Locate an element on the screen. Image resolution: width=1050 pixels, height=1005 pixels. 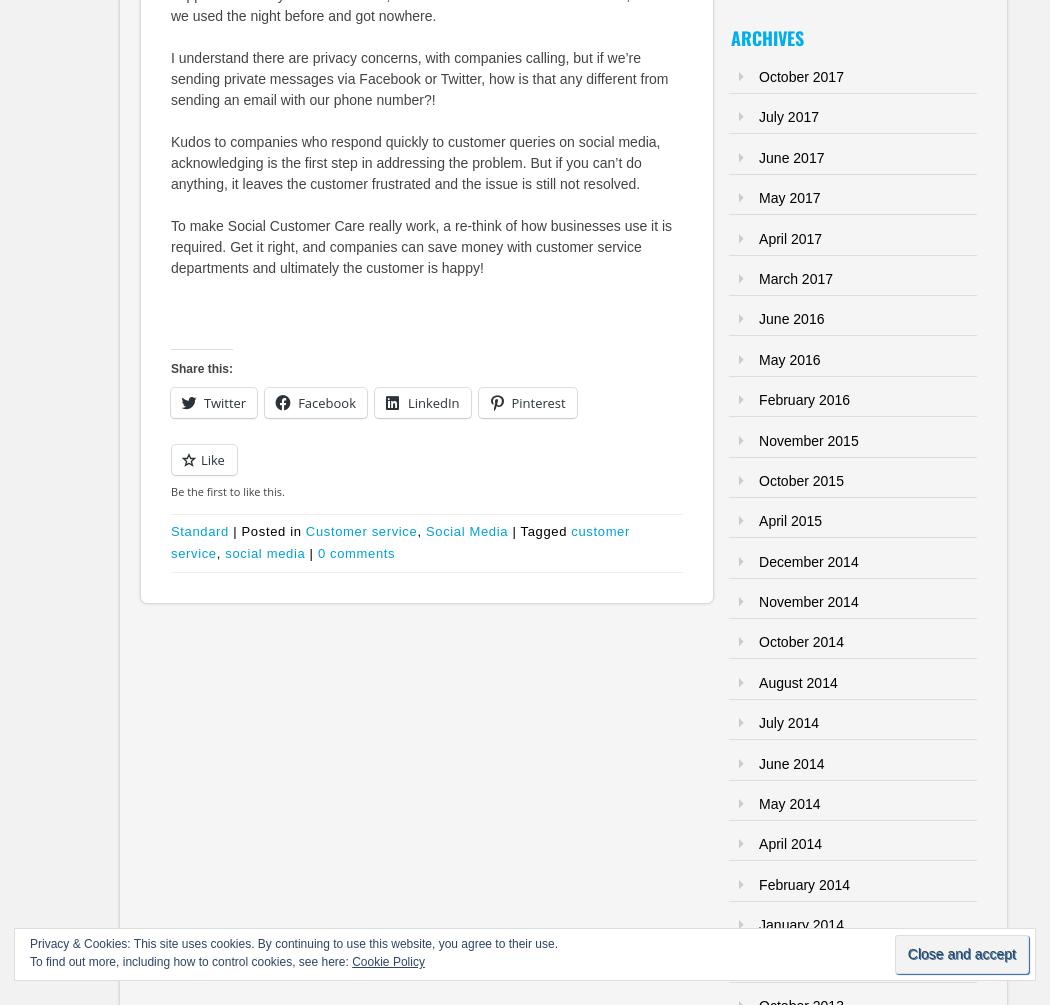
'LinkedIn' is located at coordinates (432, 403).